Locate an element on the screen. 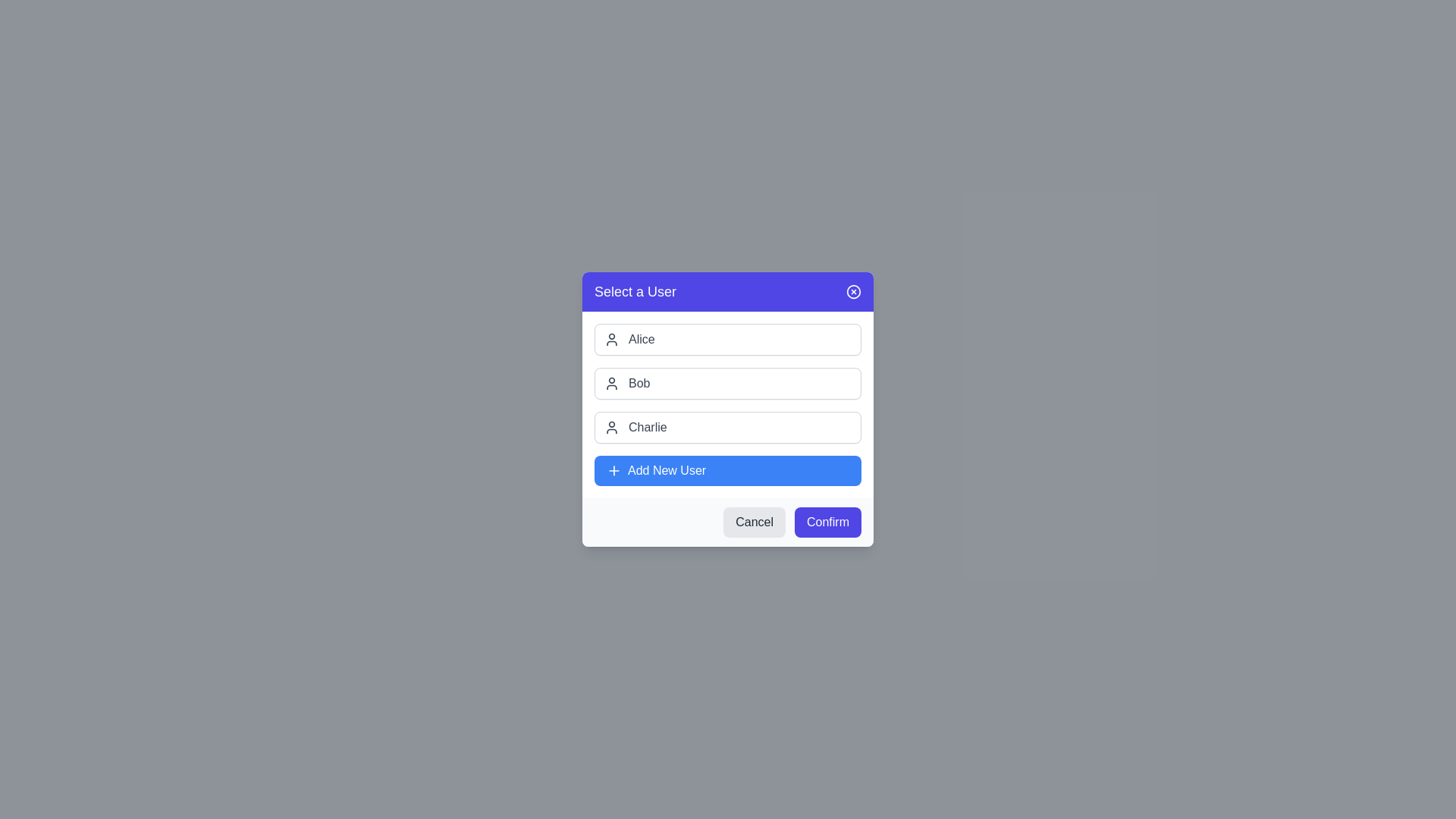 Image resolution: width=1456 pixels, height=819 pixels. the icon representing the user 'Charlie' in the selection card, which is positioned below 'Alice' and 'Bob' and to the left of the text 'Charlie' is located at coordinates (611, 427).